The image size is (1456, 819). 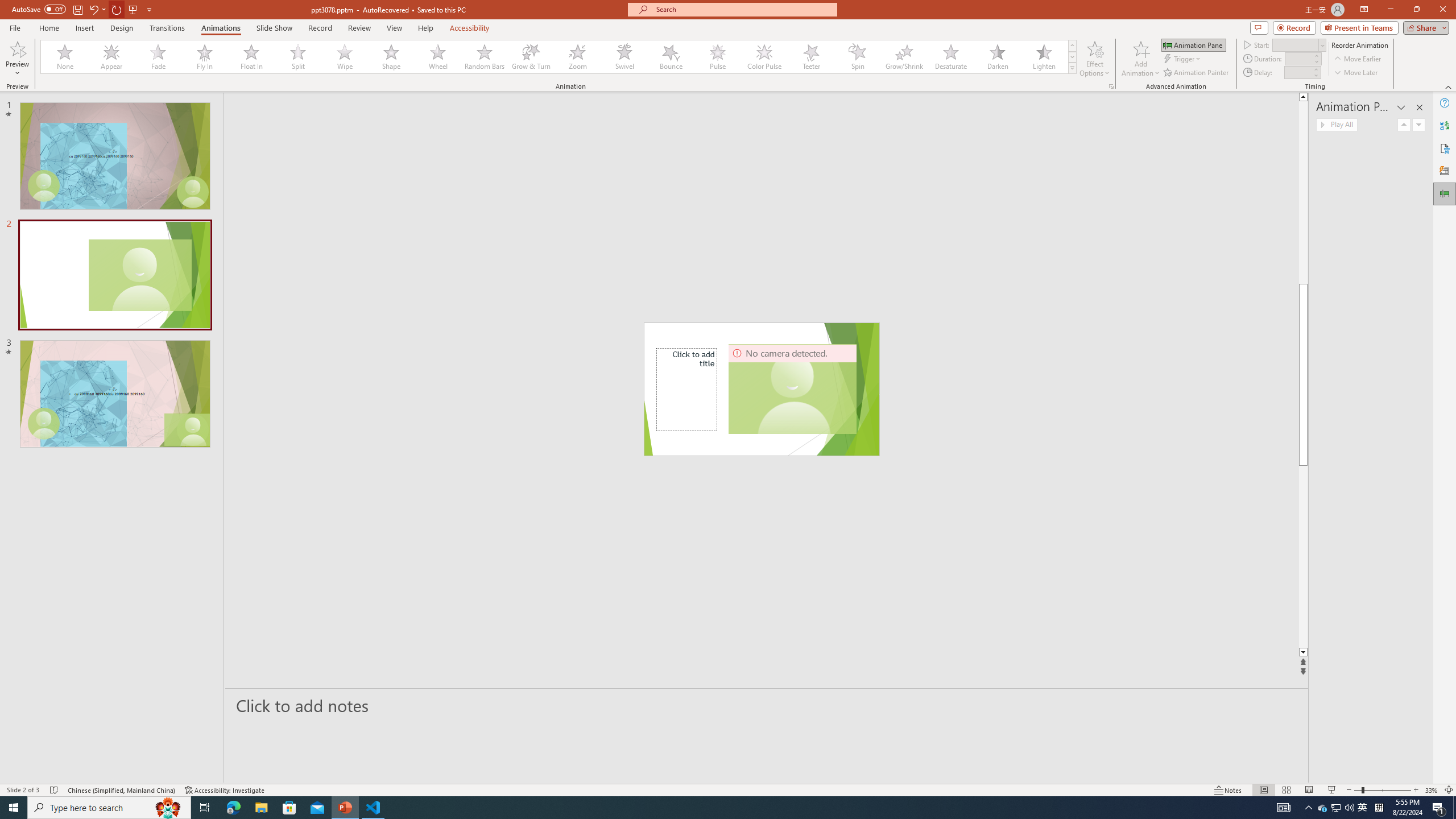 What do you see at coordinates (857, 56) in the screenshot?
I see `'Spin'` at bounding box center [857, 56].